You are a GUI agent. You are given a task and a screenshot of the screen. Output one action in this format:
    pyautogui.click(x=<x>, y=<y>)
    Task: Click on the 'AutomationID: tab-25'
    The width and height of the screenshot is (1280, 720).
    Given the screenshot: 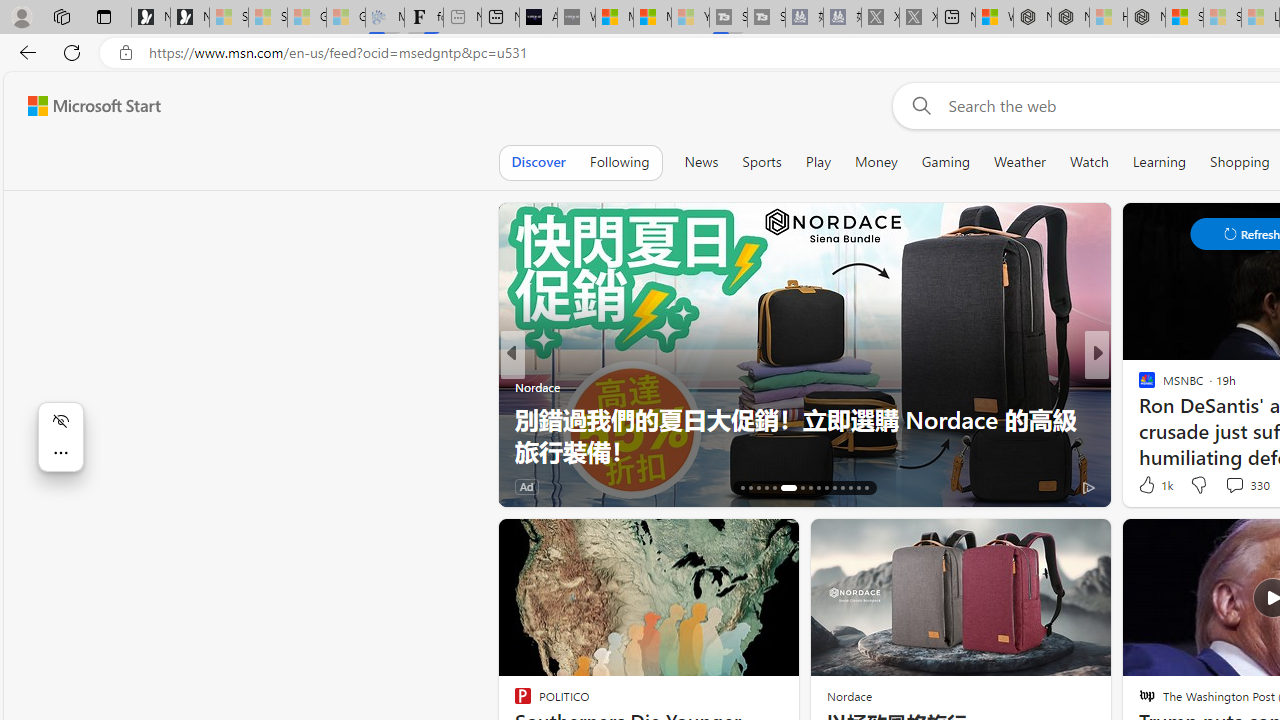 What is the action you would take?
    pyautogui.click(x=826, y=488)
    